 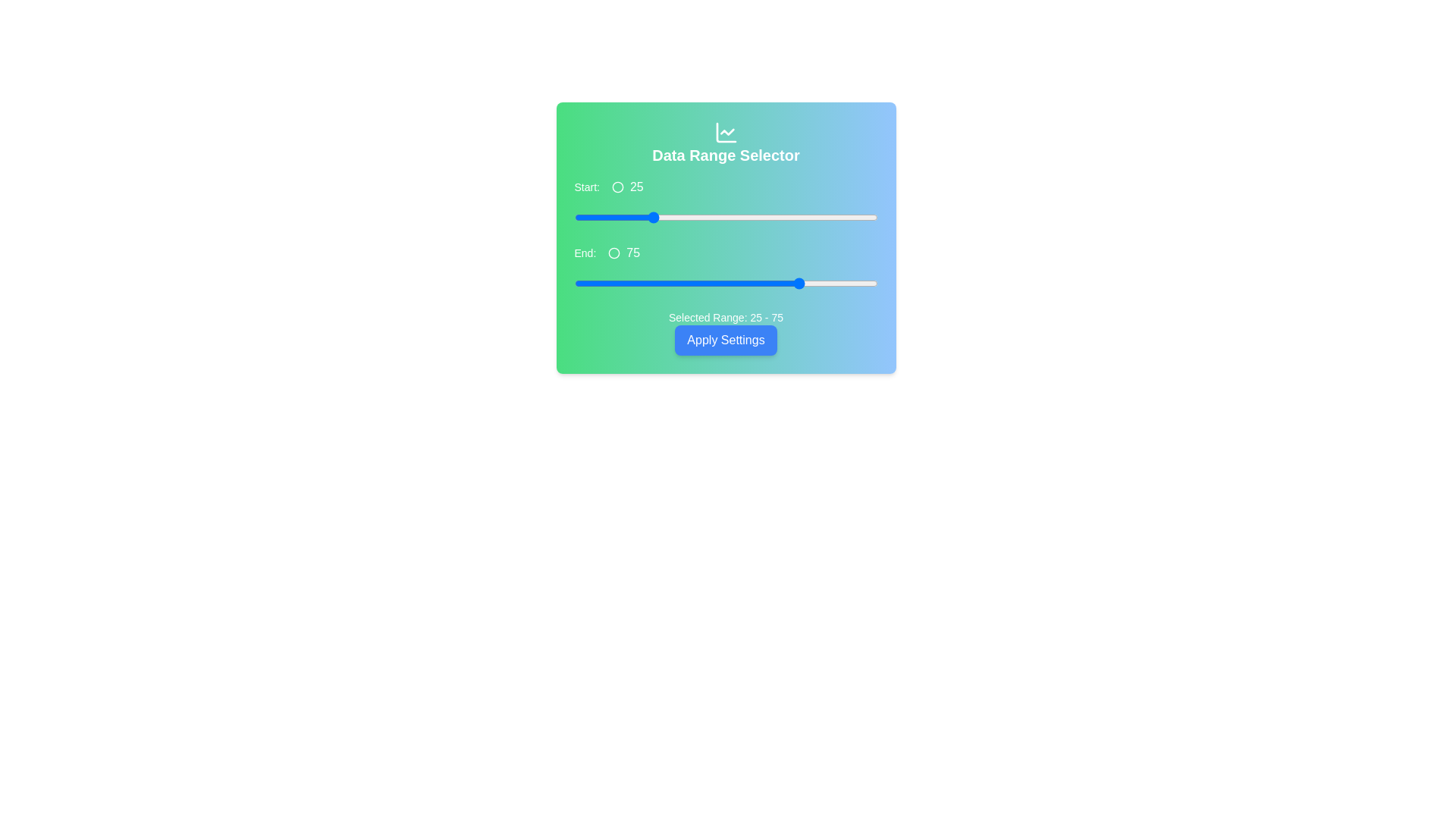 What do you see at coordinates (771, 217) in the screenshot?
I see `the slider` at bounding box center [771, 217].